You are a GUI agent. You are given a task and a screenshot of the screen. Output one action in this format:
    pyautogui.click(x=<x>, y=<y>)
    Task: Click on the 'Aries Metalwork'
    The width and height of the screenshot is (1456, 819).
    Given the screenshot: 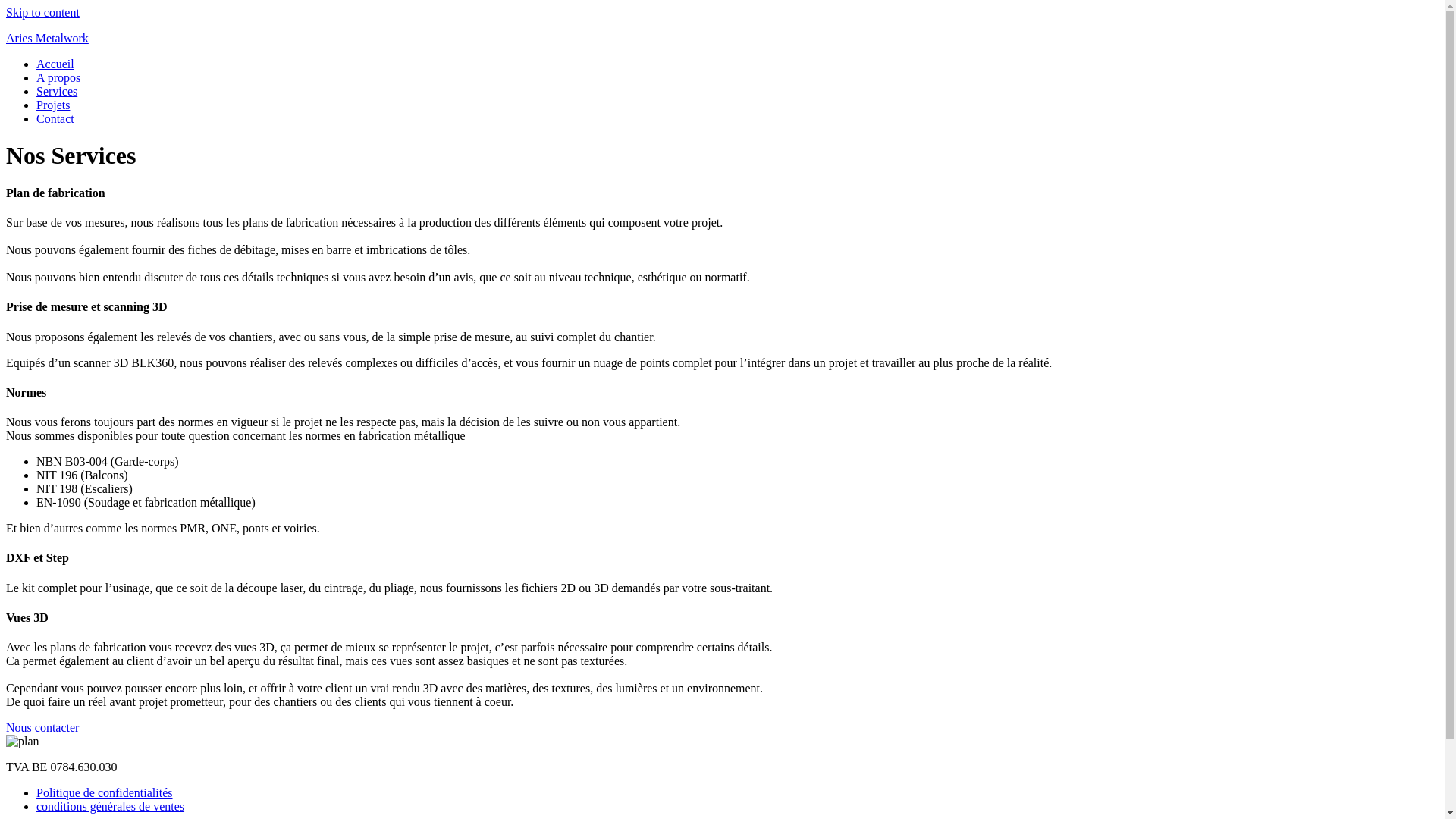 What is the action you would take?
    pyautogui.click(x=47, y=37)
    